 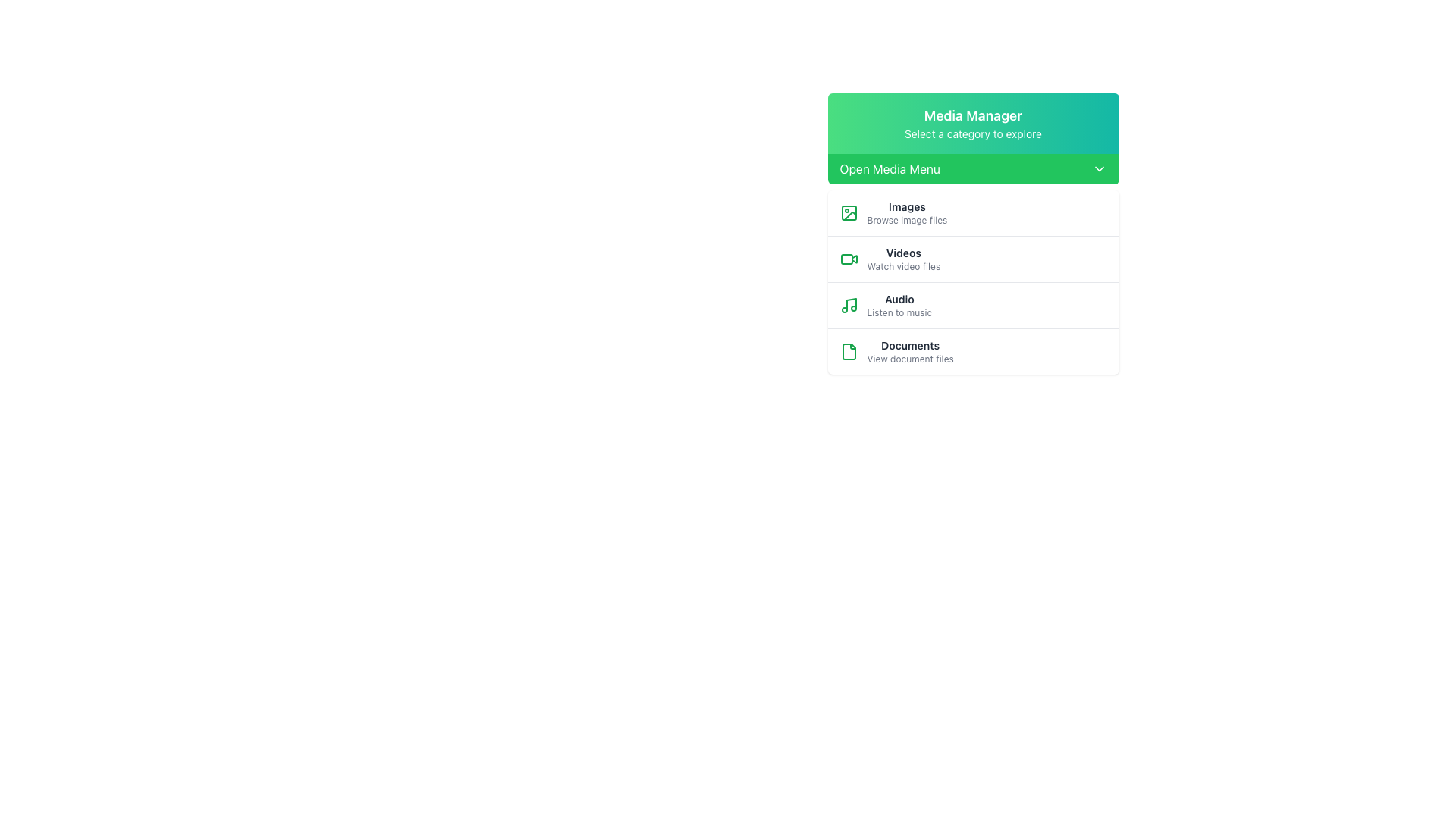 I want to click on the 'Images' category icon located in the first item of the vertical list under the 'Media Manager' section, so click(x=848, y=213).